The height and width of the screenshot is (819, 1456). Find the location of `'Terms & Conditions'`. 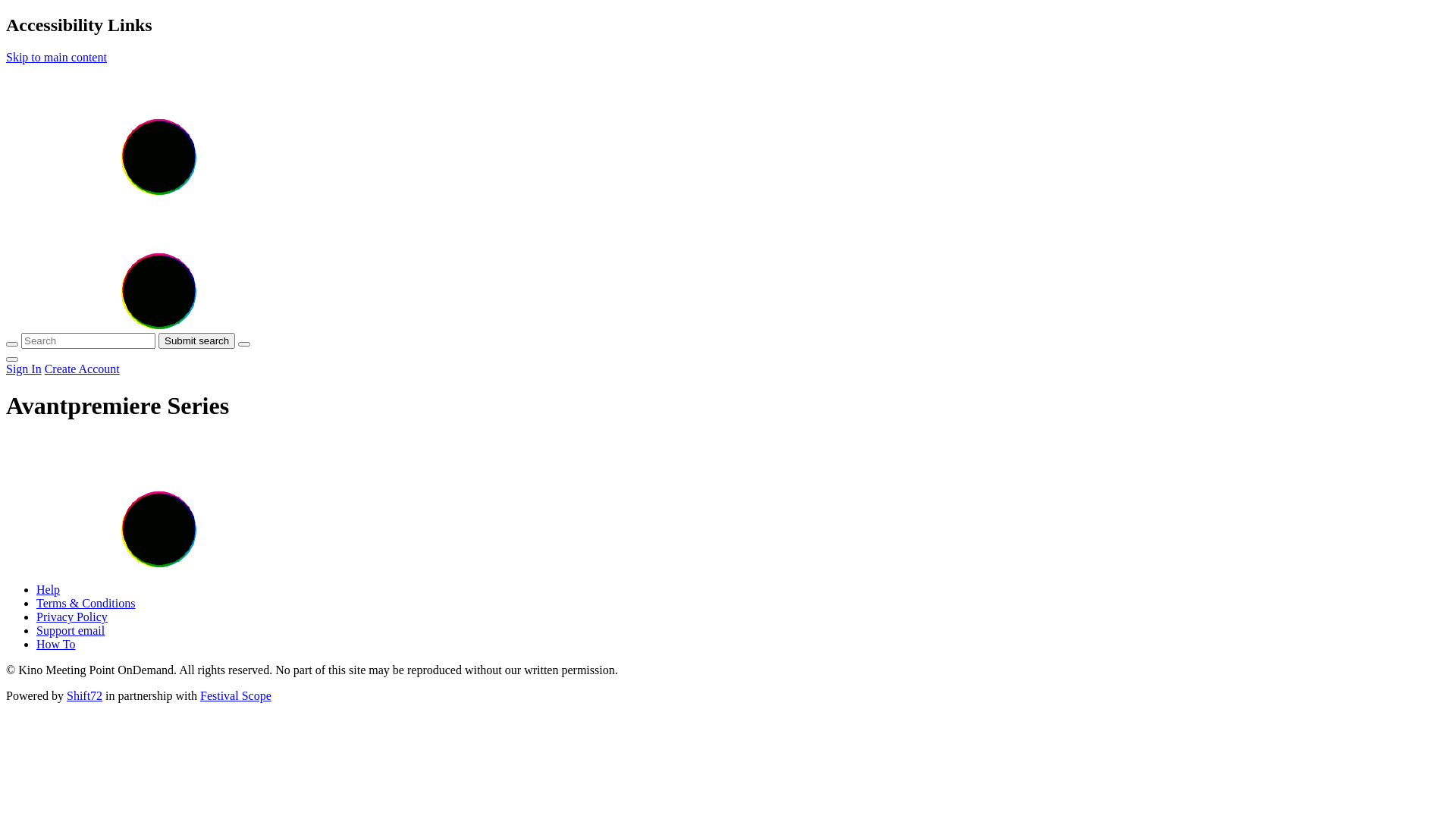

'Terms & Conditions' is located at coordinates (85, 602).